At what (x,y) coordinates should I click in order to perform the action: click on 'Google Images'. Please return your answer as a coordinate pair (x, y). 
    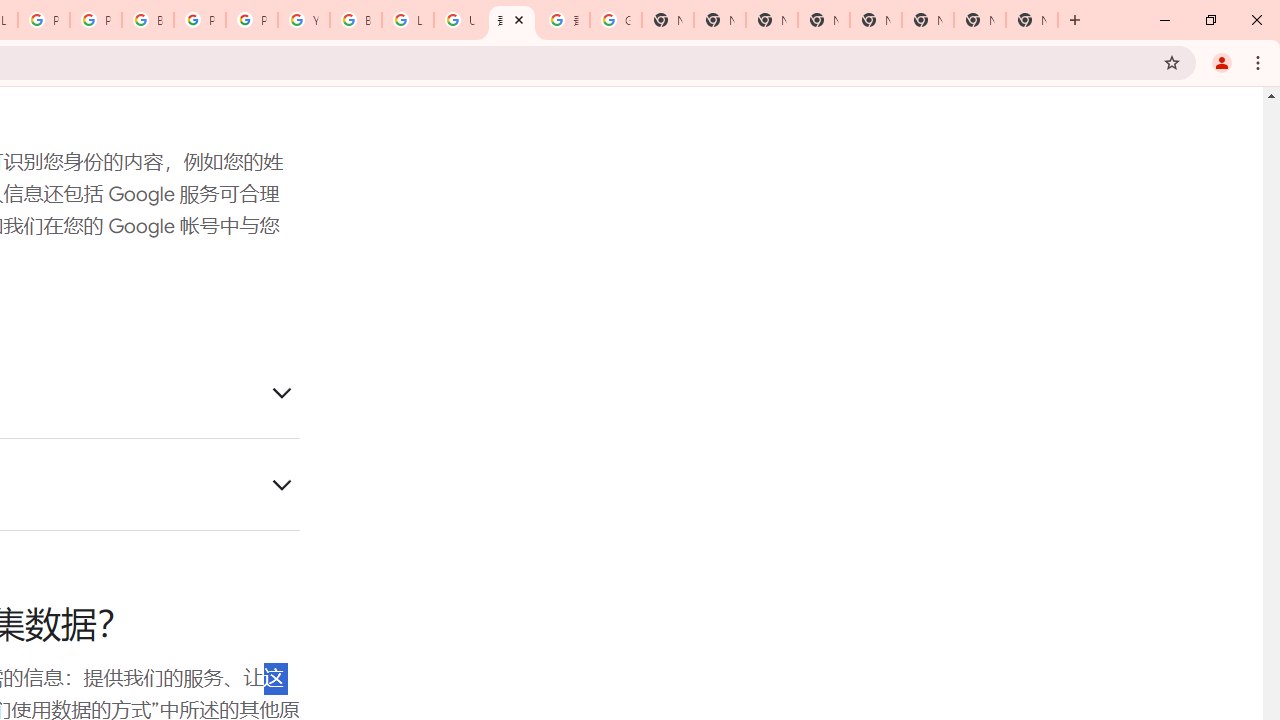
    Looking at the image, I should click on (615, 20).